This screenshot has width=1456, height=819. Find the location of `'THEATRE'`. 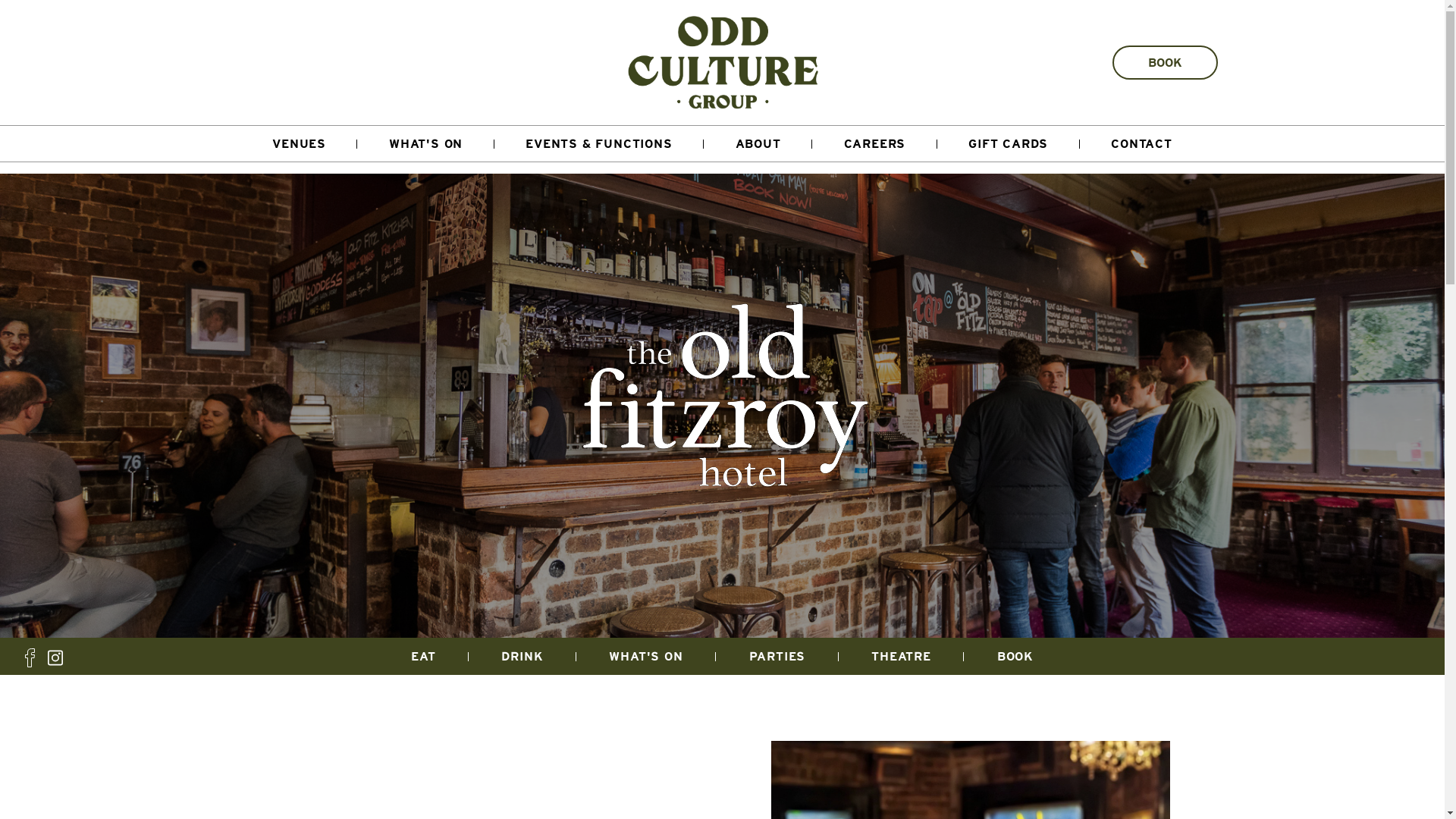

'THEATRE' is located at coordinates (902, 655).